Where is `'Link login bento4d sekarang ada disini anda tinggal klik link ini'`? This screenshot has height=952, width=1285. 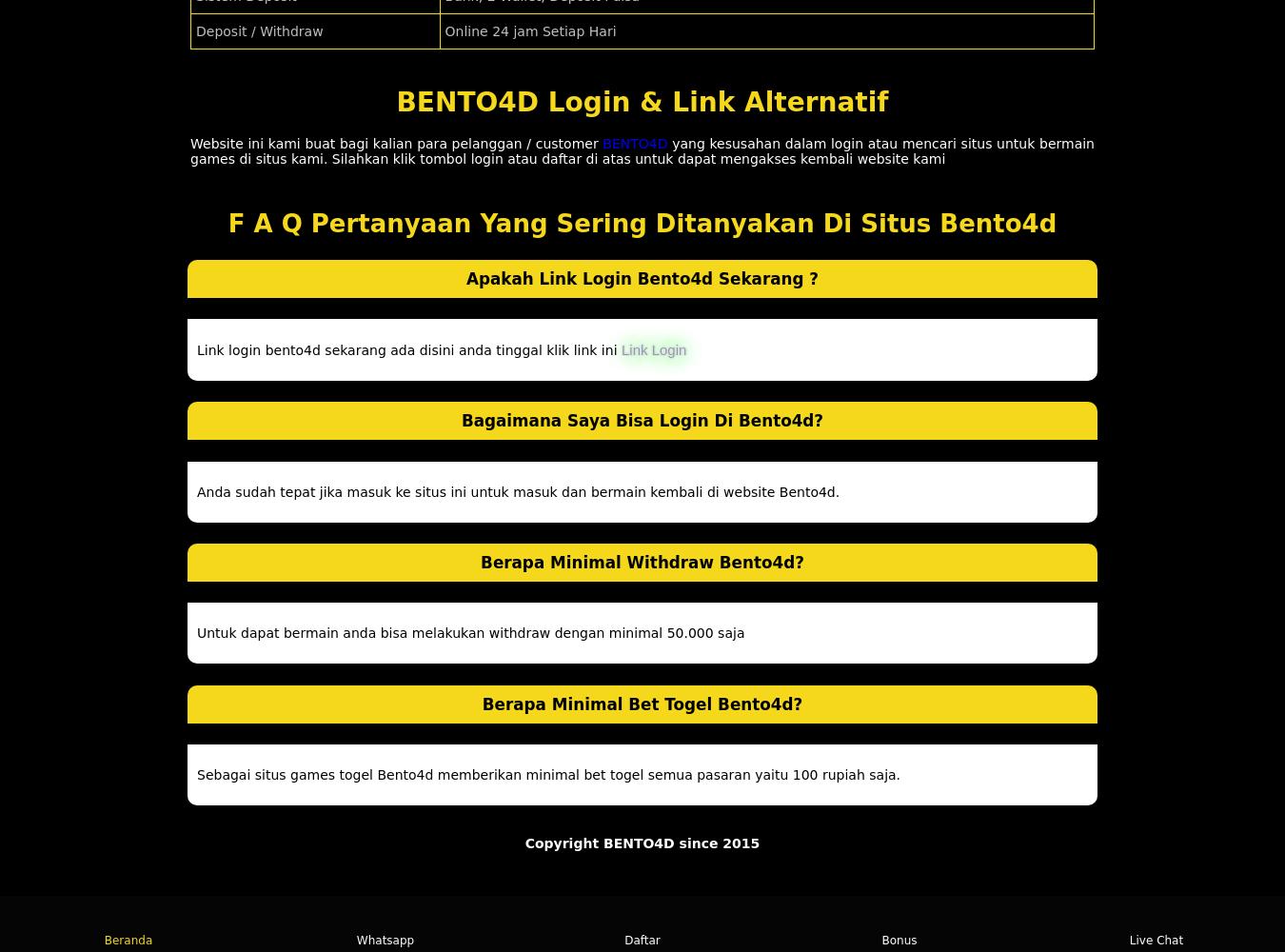
'Link login bento4d sekarang ada disini anda tinggal klik link ini' is located at coordinates (196, 349).